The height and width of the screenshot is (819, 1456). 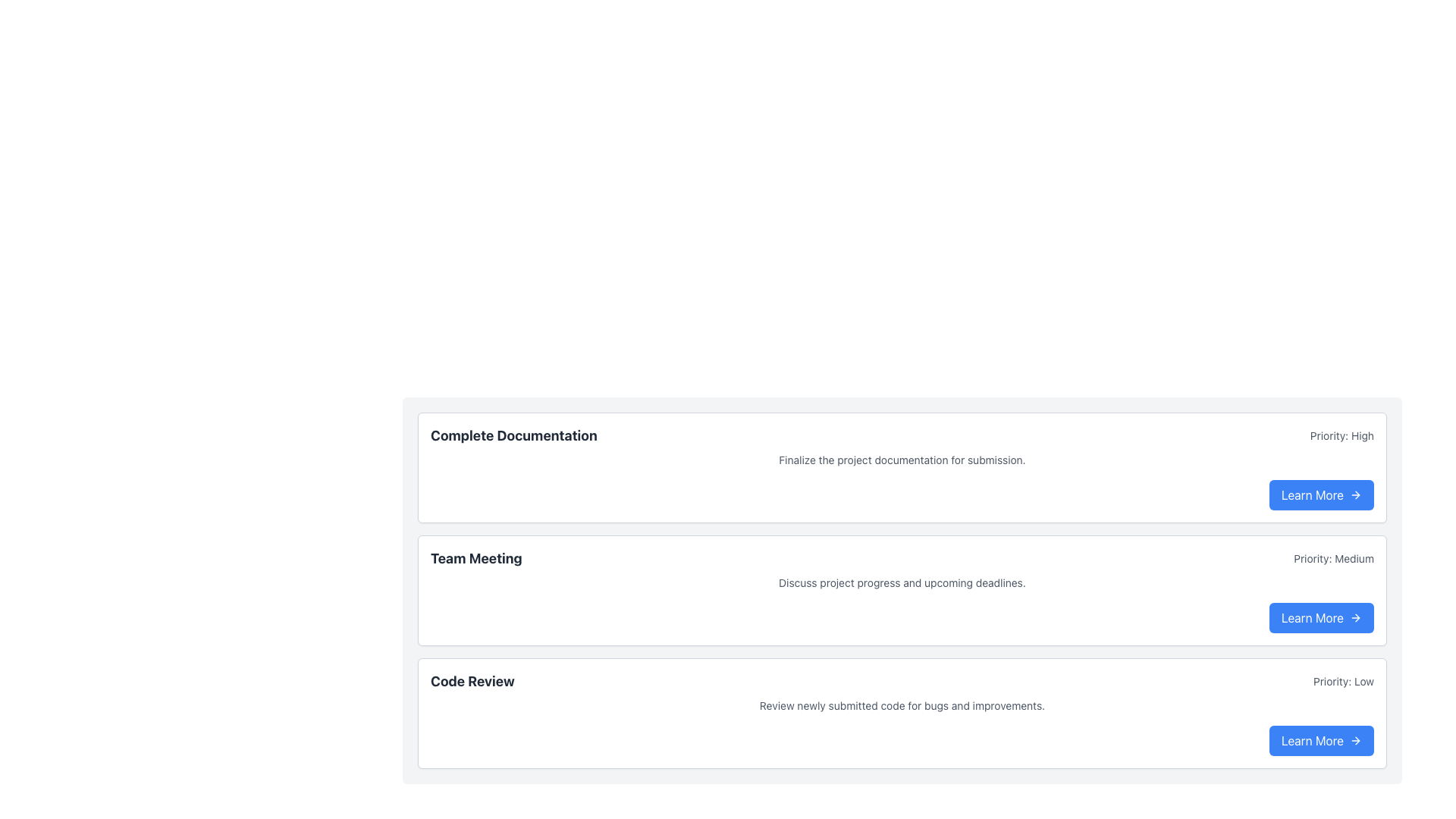 What do you see at coordinates (1320, 494) in the screenshot?
I see `the 'Learn More' button with text on a blue background in the first row labeled 'Complete Documentation'` at bounding box center [1320, 494].